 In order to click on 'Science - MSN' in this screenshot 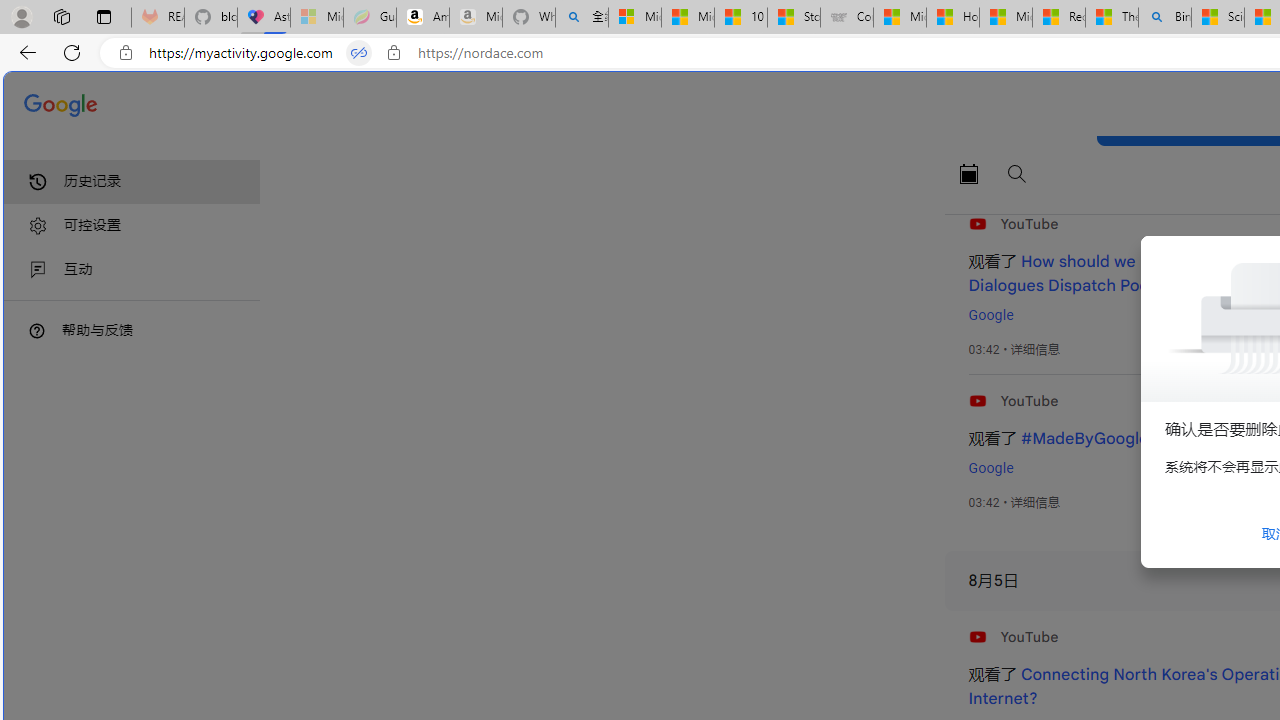, I will do `click(1216, 17)`.